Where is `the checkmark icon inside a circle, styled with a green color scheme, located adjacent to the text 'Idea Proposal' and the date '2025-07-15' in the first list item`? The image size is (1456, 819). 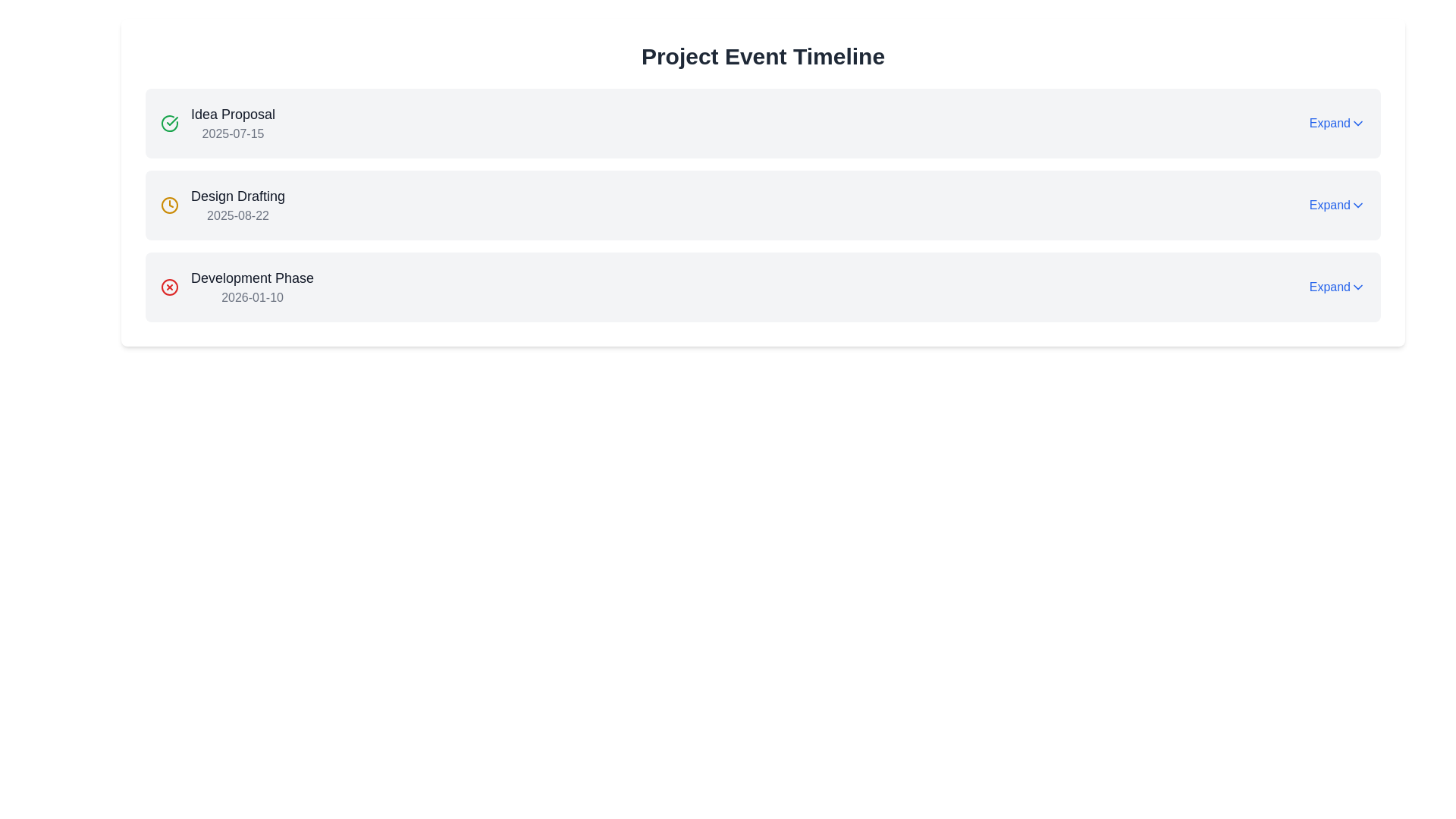 the checkmark icon inside a circle, styled with a green color scheme, located adjacent to the text 'Idea Proposal' and the date '2025-07-15' in the first list item is located at coordinates (170, 122).